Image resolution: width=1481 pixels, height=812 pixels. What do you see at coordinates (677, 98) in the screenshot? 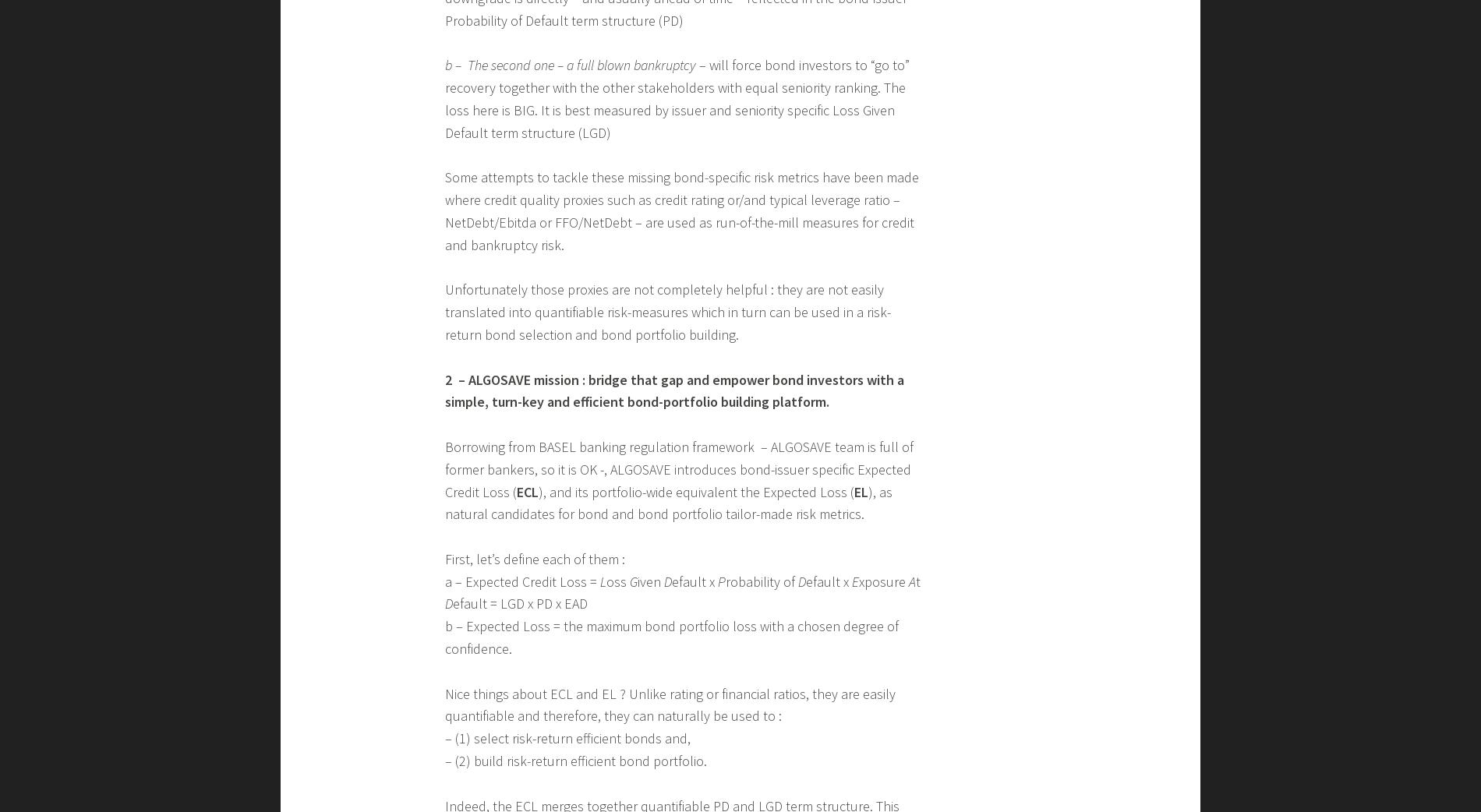
I see `'– will force bond investors to “go to” recovery together with the other stakeholders with equal seniority ranking. The loss here is BIG. It is best measured by issuer and seniority specific Loss Given Default term structure (LGD)'` at bounding box center [677, 98].